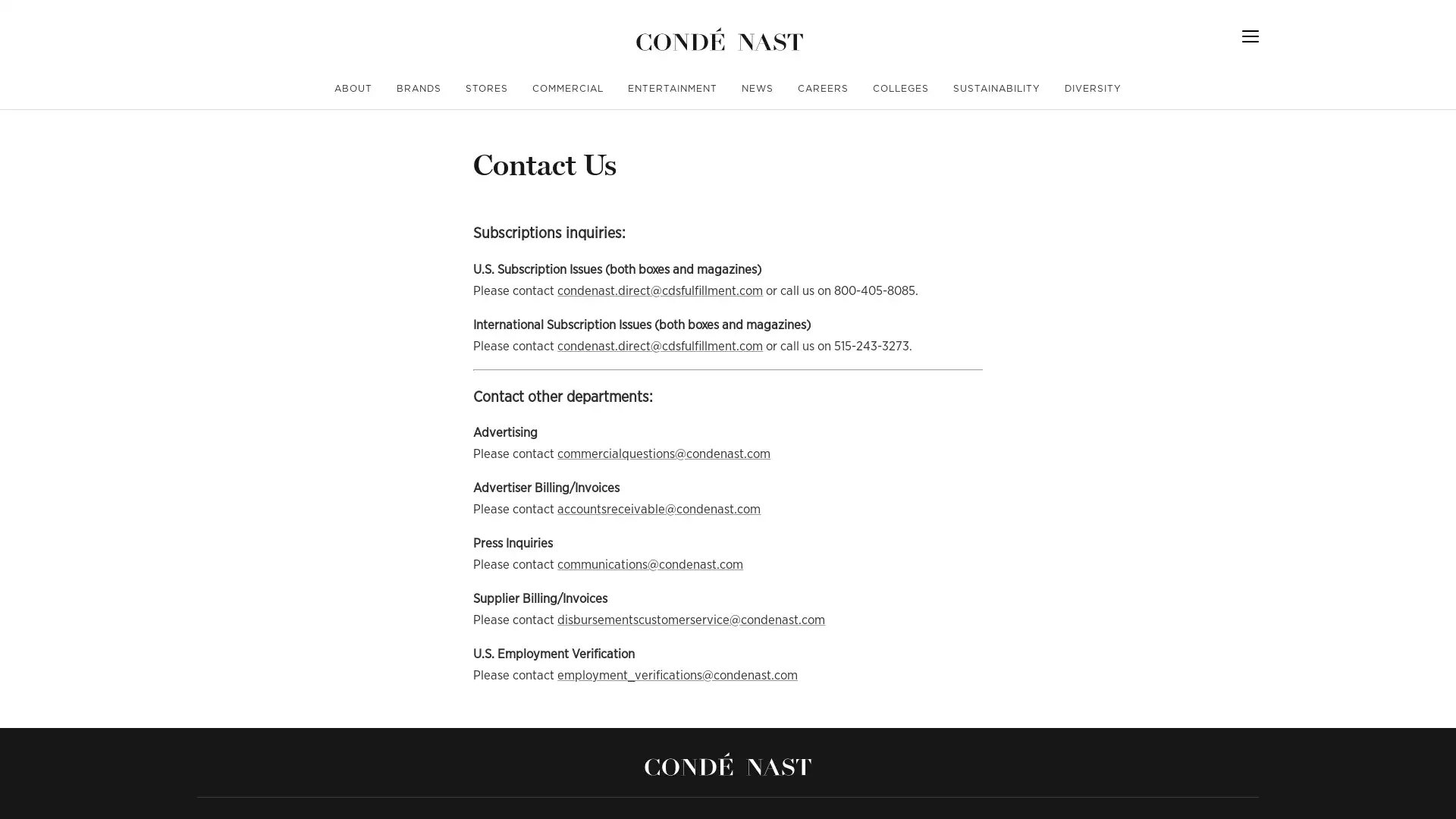 This screenshot has width=1456, height=819. What do you see at coordinates (1250, 36) in the screenshot?
I see `Menu` at bounding box center [1250, 36].